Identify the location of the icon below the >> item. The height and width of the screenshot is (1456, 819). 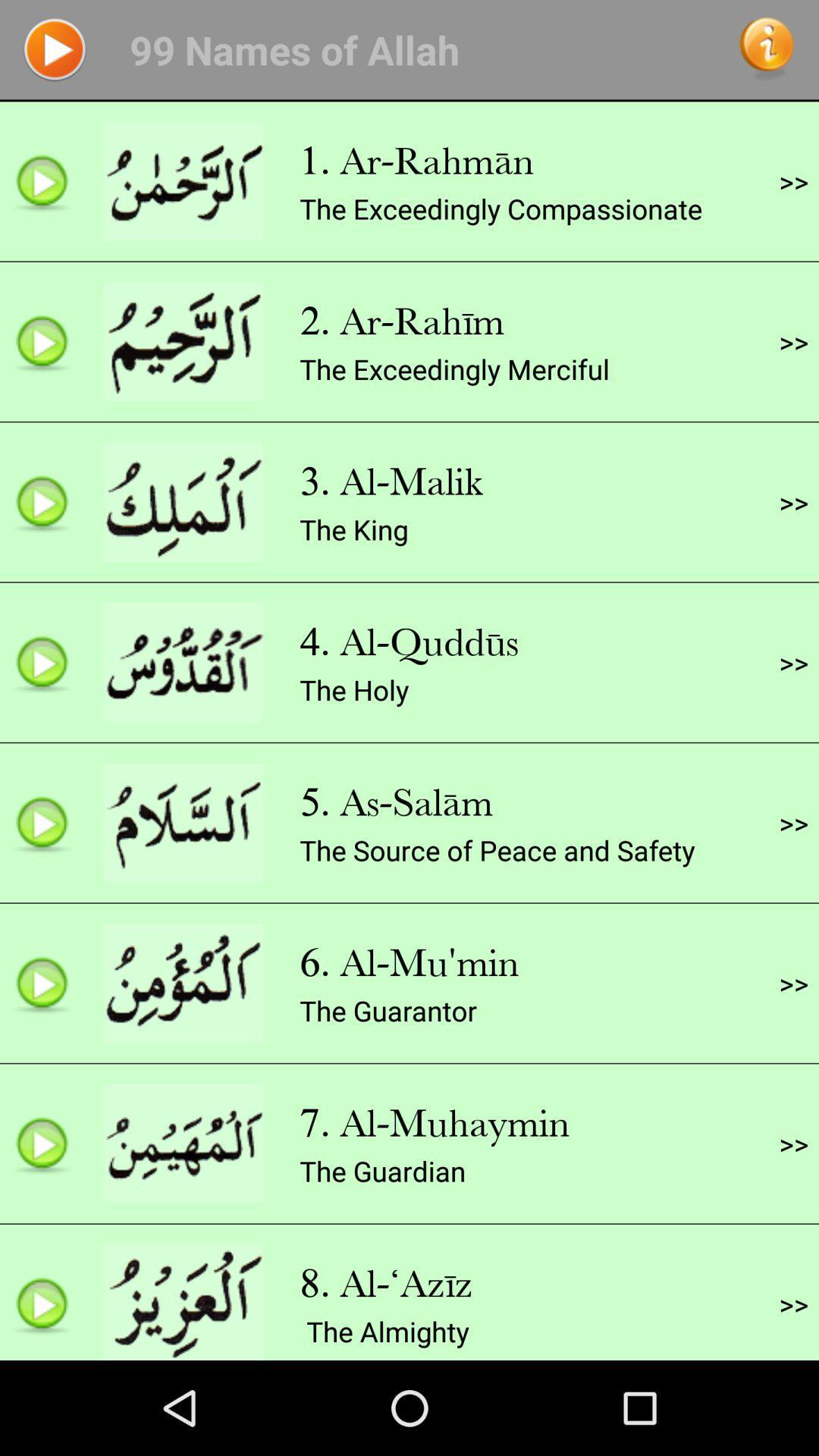
(792, 340).